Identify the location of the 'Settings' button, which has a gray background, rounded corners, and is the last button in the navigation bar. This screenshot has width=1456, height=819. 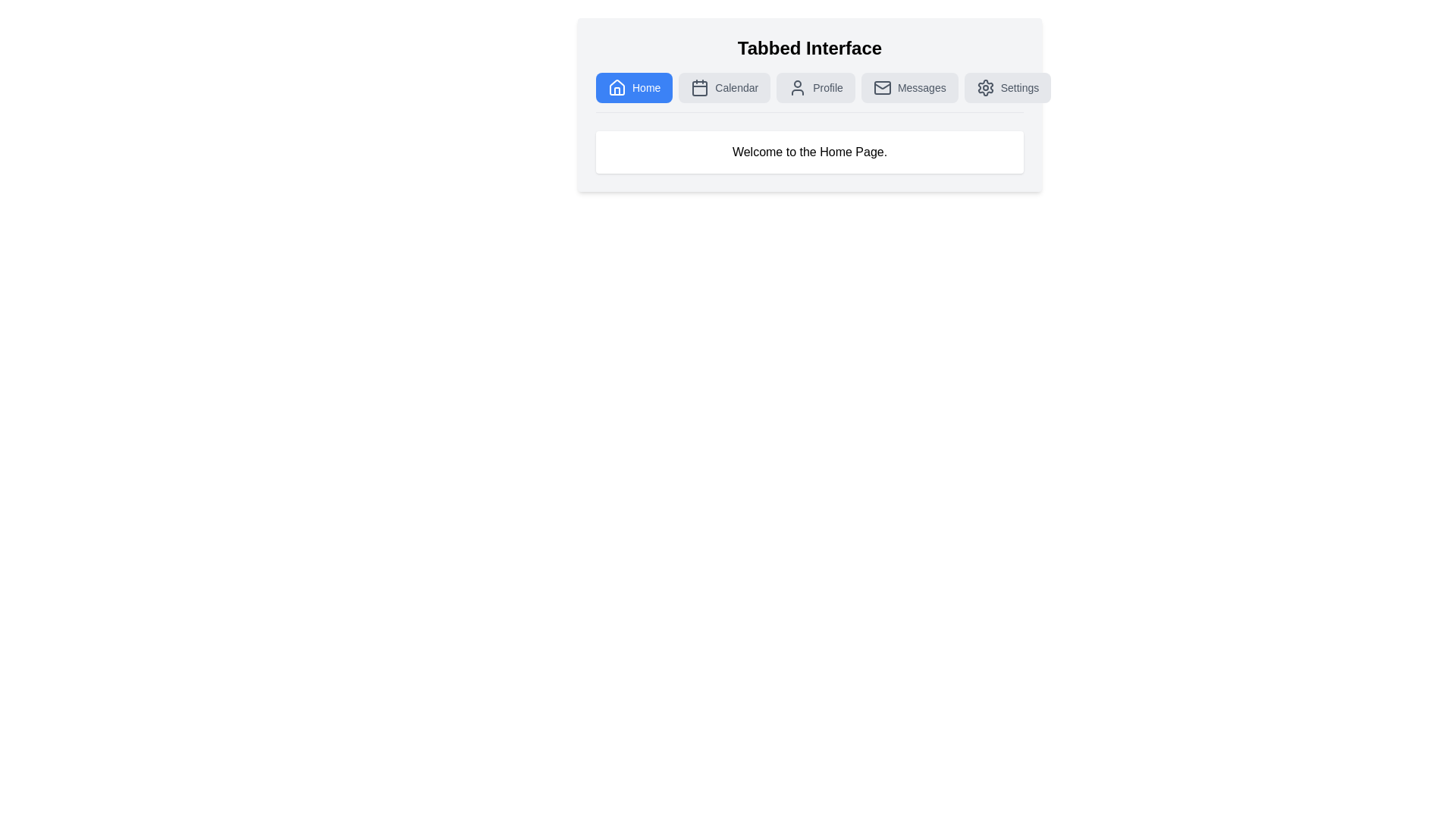
(1008, 87).